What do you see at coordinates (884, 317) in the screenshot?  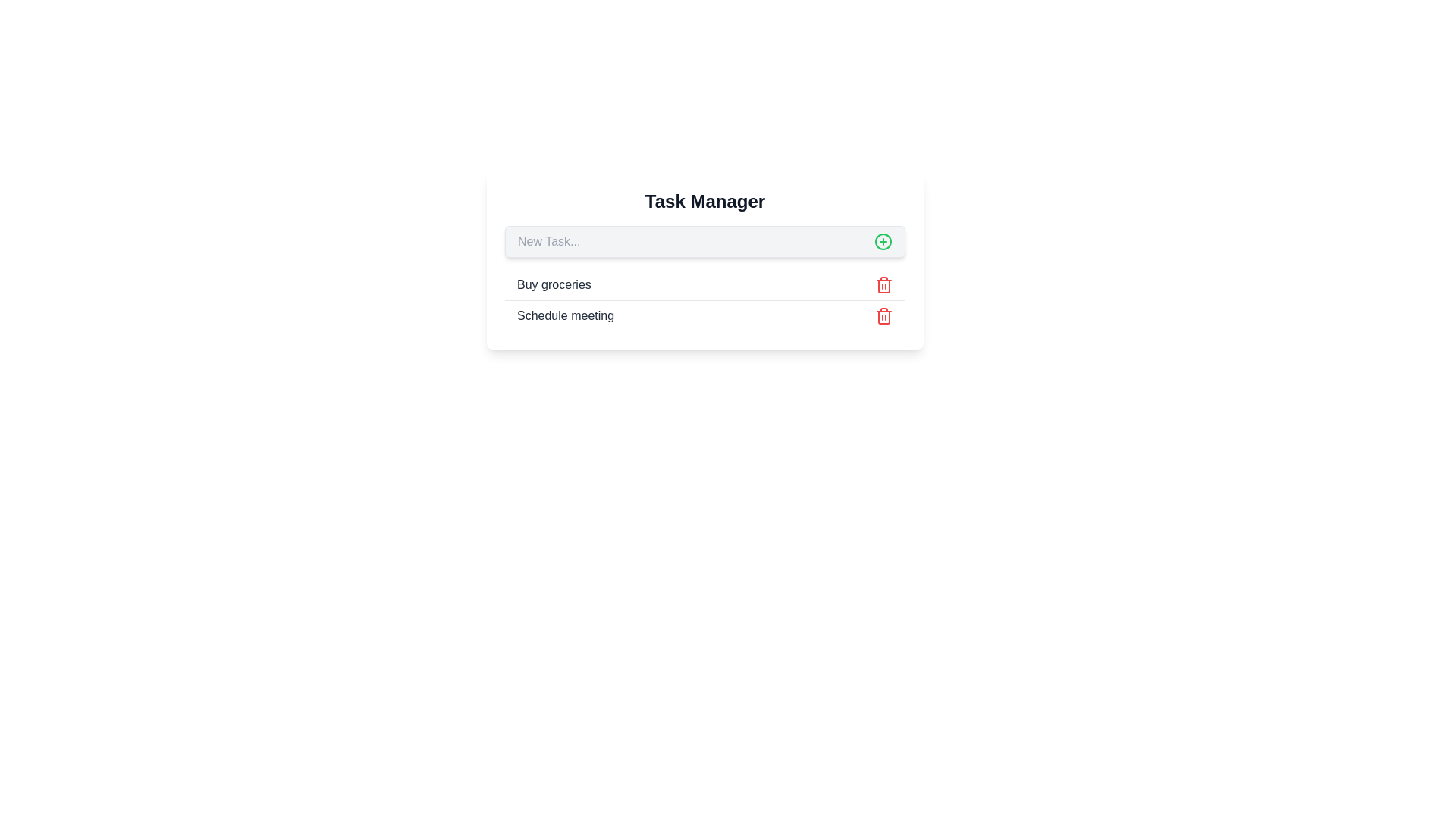 I see `the body outline of the trash bin icon, which is located at the bottom center of the trash icon next to the 'Schedule meeting' task entry` at bounding box center [884, 317].